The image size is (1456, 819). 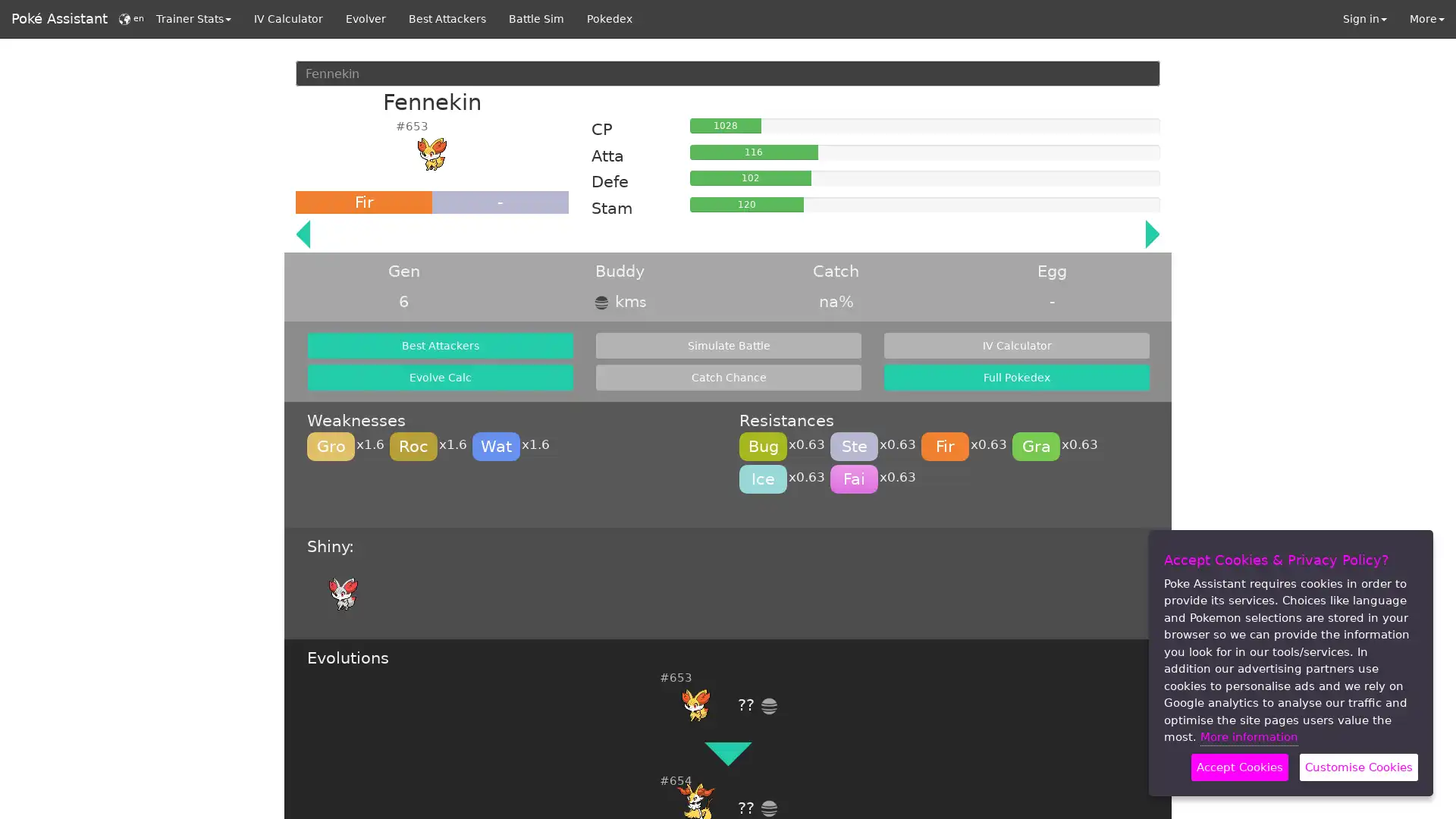 What do you see at coordinates (1240, 767) in the screenshot?
I see `Accept Cookies` at bounding box center [1240, 767].